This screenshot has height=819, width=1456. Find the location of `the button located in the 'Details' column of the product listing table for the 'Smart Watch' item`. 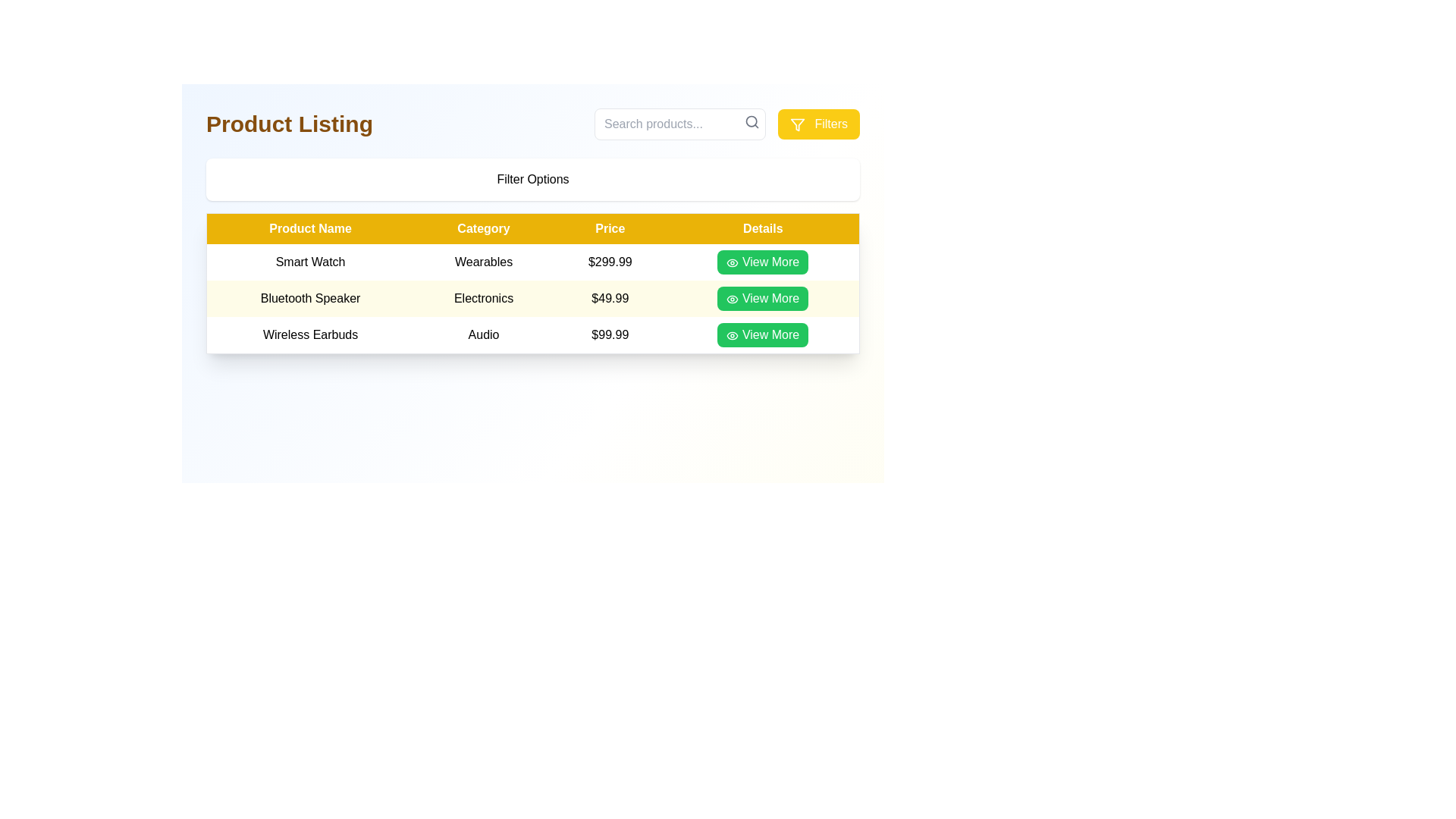

the button located in the 'Details' column of the product listing table for the 'Smart Watch' item is located at coordinates (763, 262).